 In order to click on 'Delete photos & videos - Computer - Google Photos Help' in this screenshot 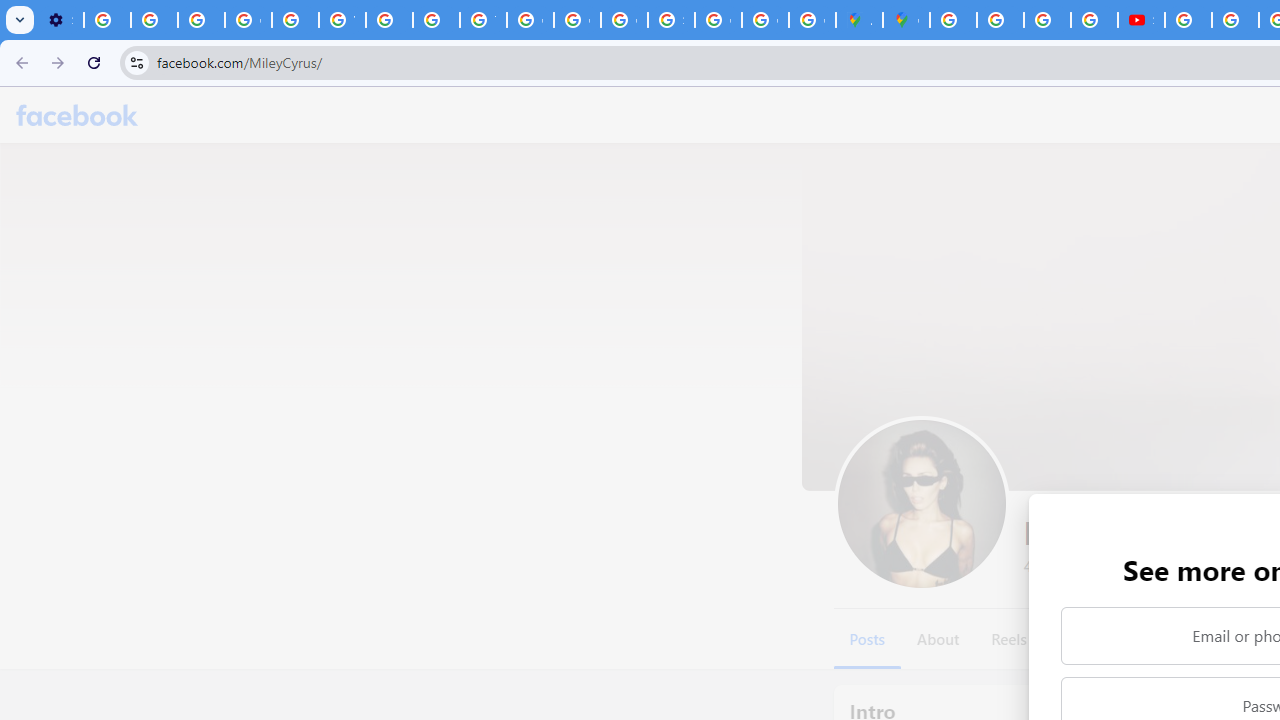, I will do `click(106, 20)`.